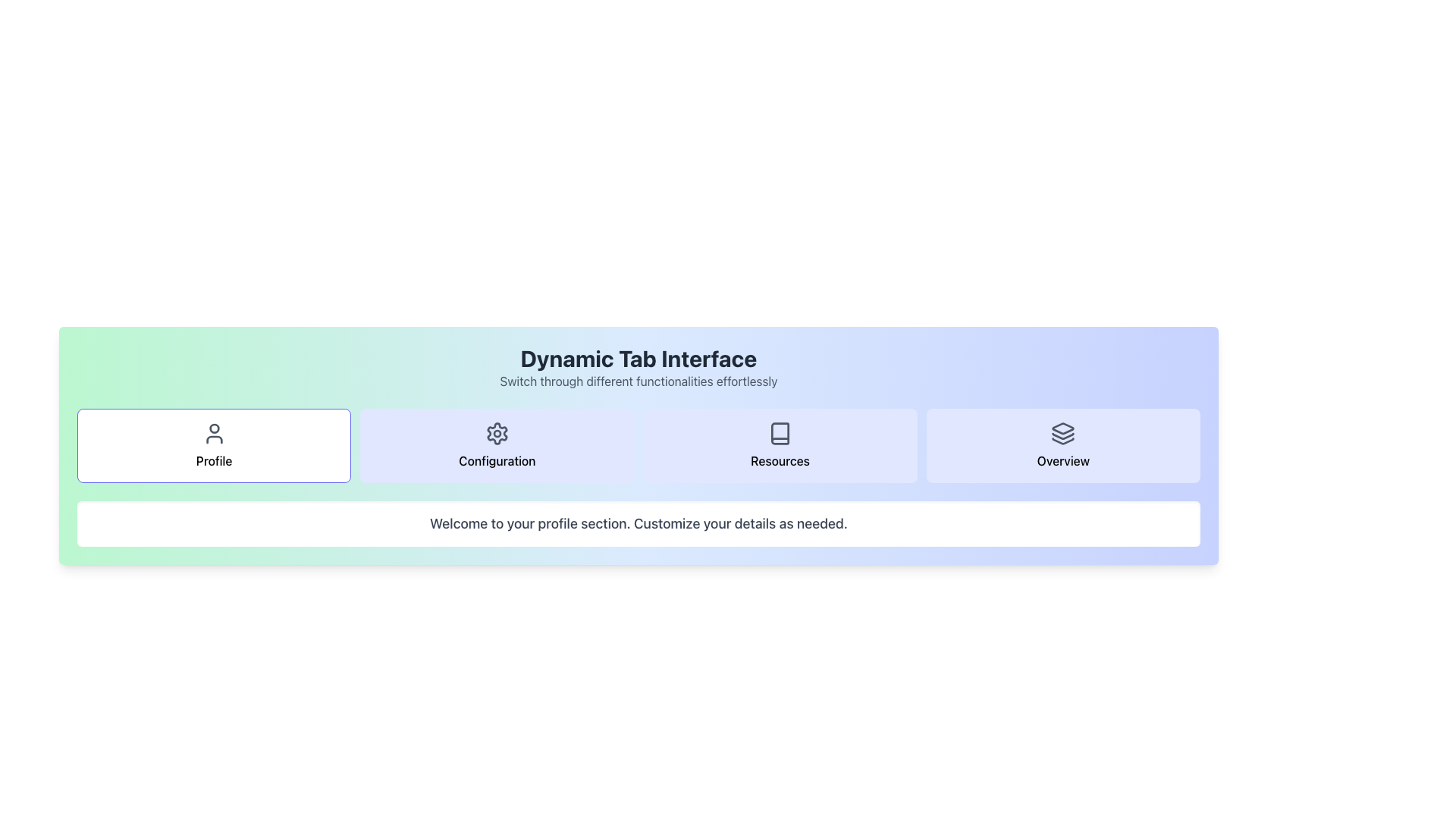 This screenshot has height=819, width=1456. Describe the element at coordinates (1062, 444) in the screenshot. I see `the 'Overview' button, which is a rectangular button with a soft blue background and a centered icon resembling layered blocks in gray` at that location.